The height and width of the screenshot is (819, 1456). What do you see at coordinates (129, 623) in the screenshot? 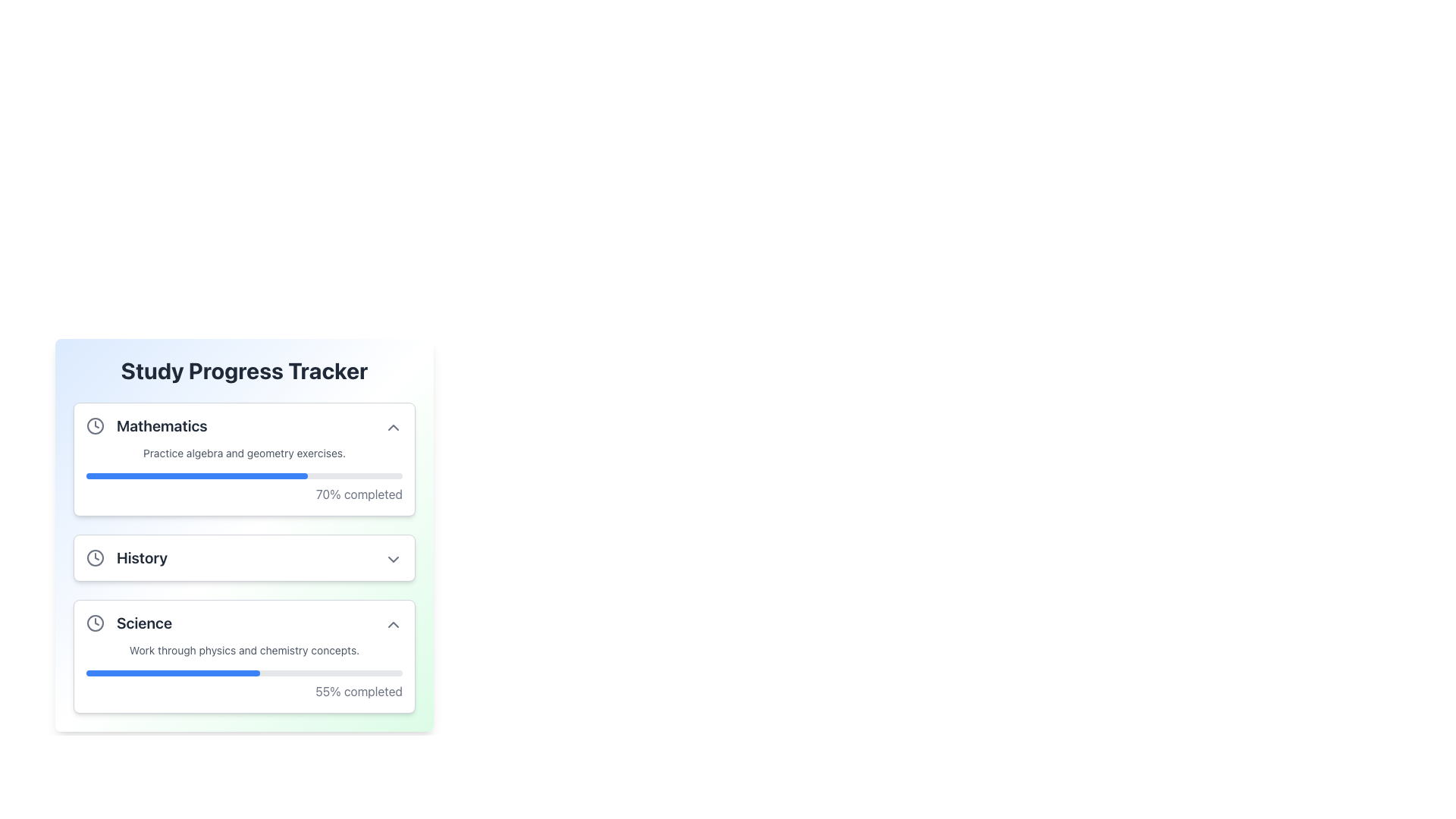
I see `the text label displaying 'Science' in bold grayish font, located in the third section of the Study Progress Tracker card` at bounding box center [129, 623].